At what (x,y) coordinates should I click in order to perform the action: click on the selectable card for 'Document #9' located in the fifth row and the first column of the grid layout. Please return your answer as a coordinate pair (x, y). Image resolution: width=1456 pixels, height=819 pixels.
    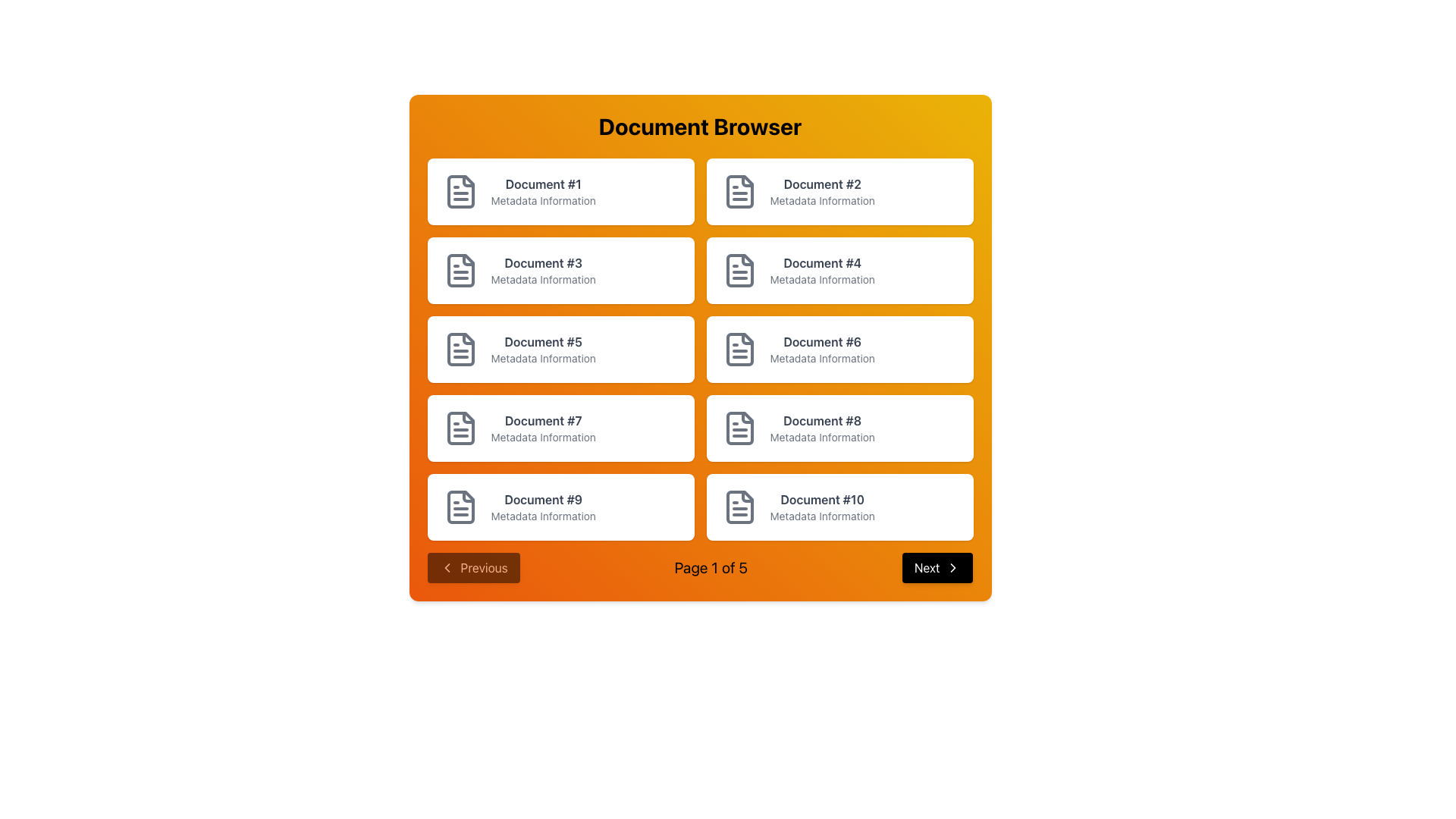
    Looking at the image, I should click on (560, 507).